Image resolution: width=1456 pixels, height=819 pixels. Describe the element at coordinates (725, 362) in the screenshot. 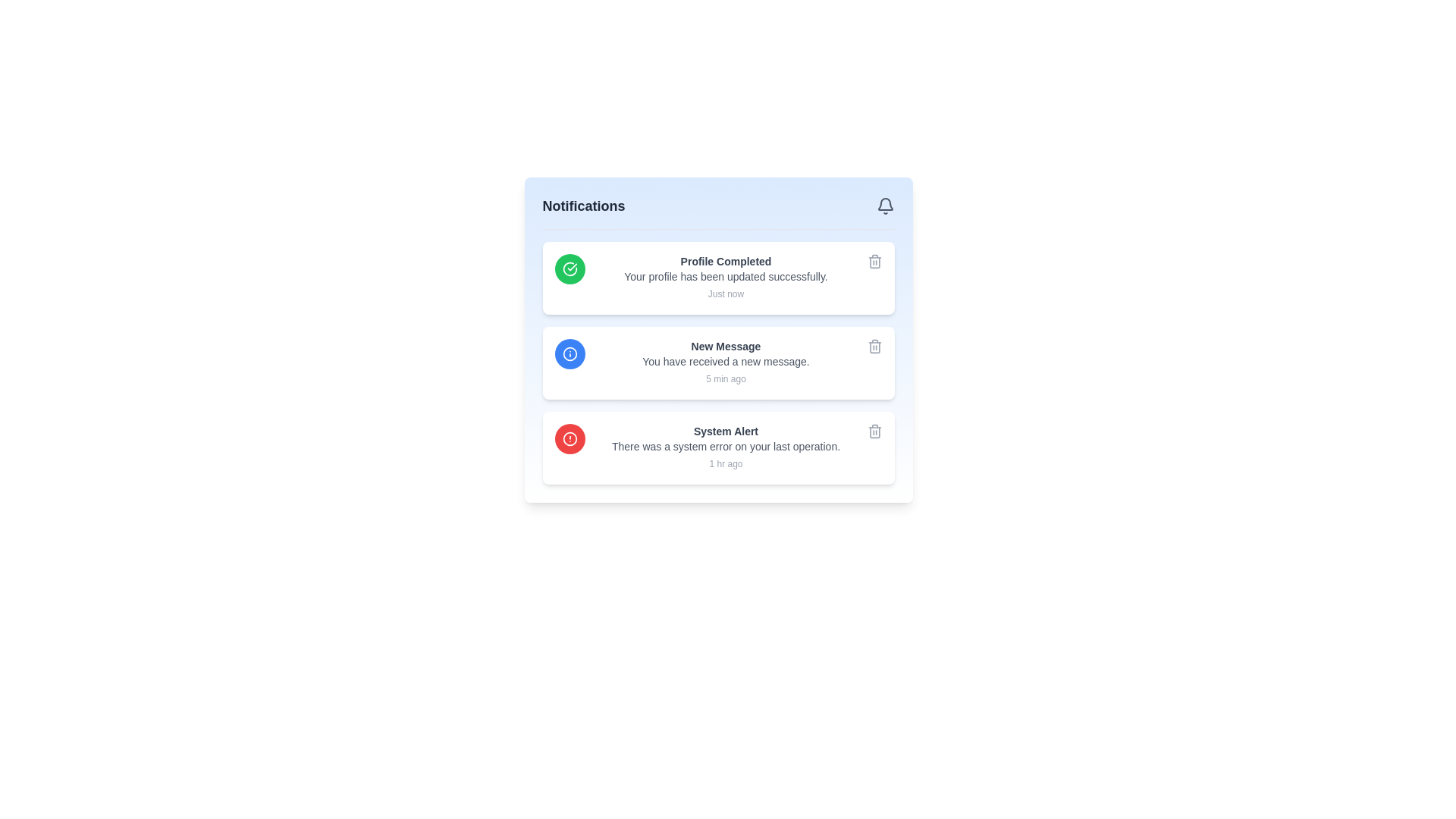

I see `the text element reading 'You have received a new message.' which is styled in a smaller font size and gray color, positioned below the bold title 'New Message' within a notification card` at that location.